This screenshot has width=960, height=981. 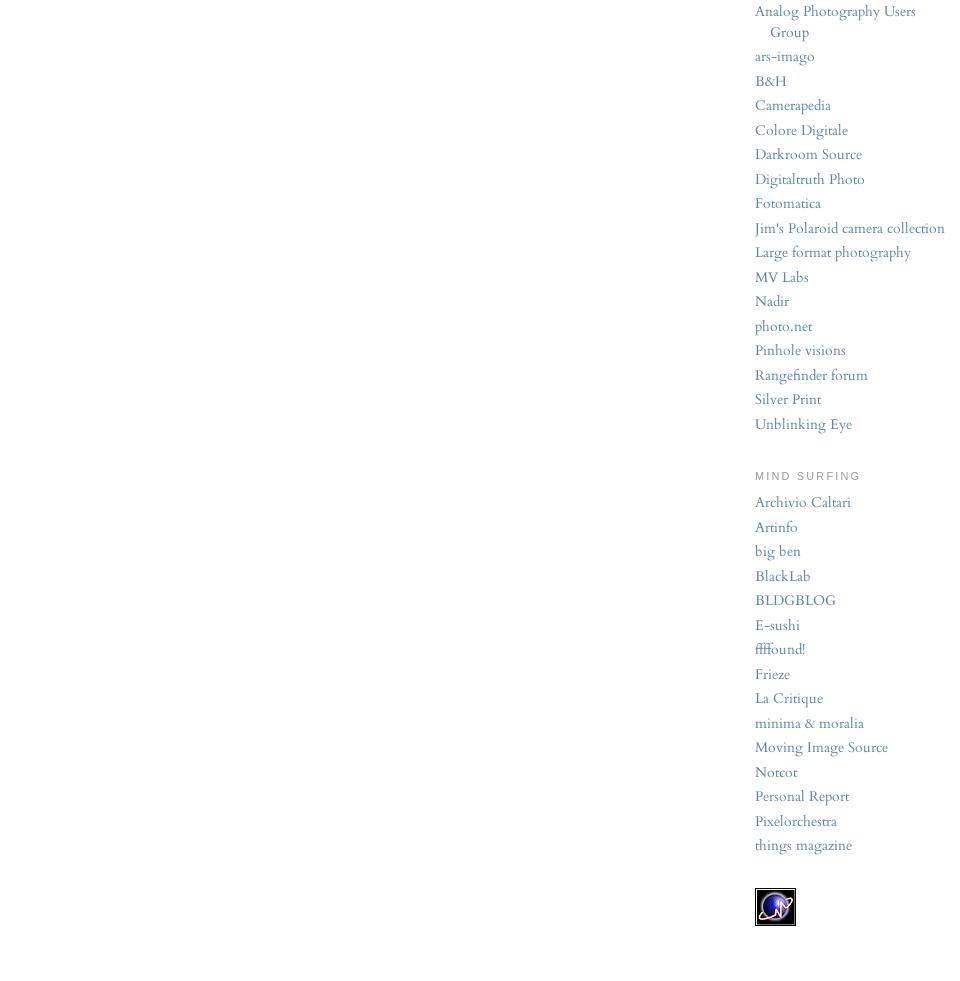 I want to click on 'BLDGBLOG', so click(x=754, y=600).